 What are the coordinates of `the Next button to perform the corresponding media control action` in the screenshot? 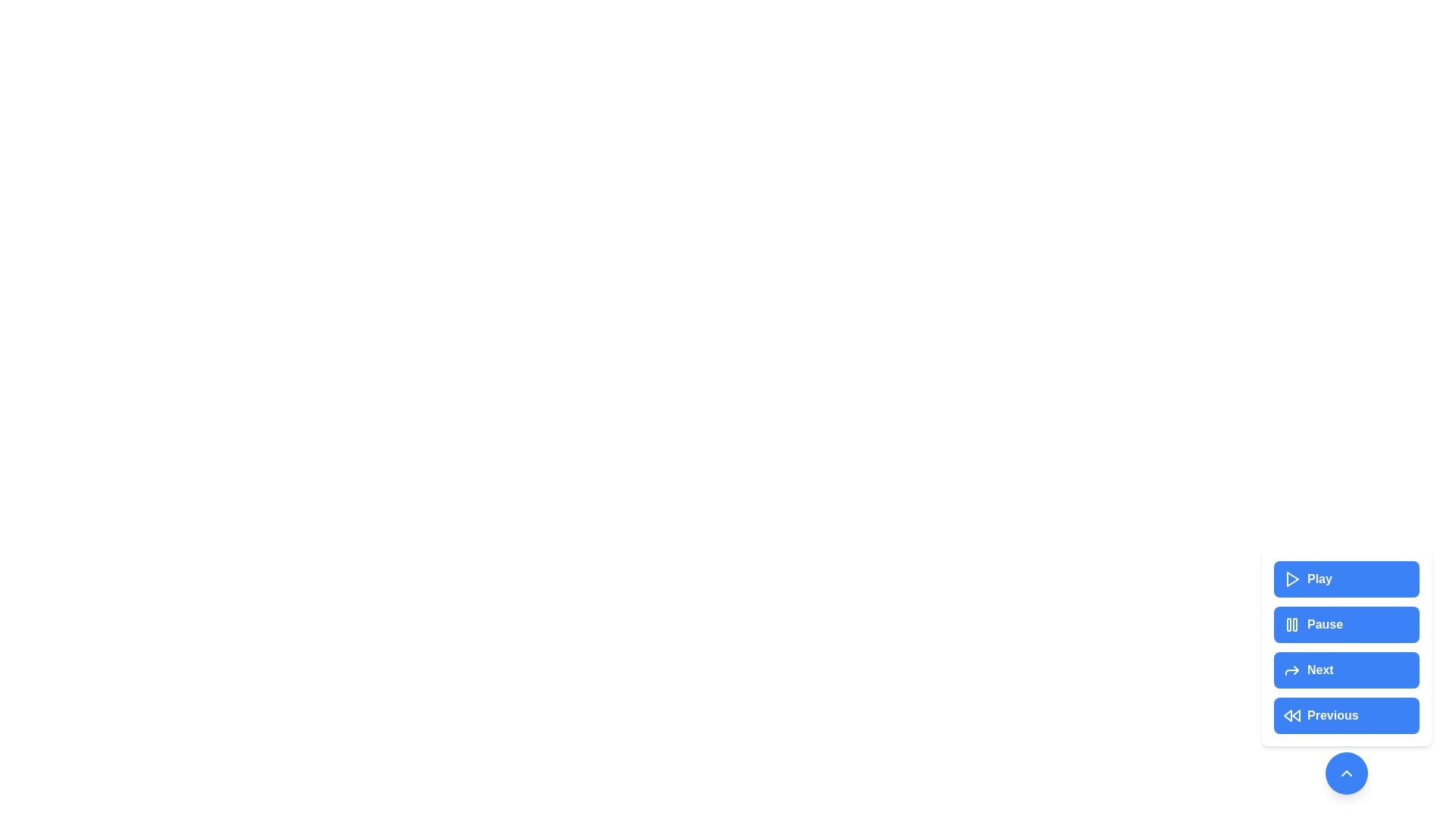 It's located at (1347, 669).